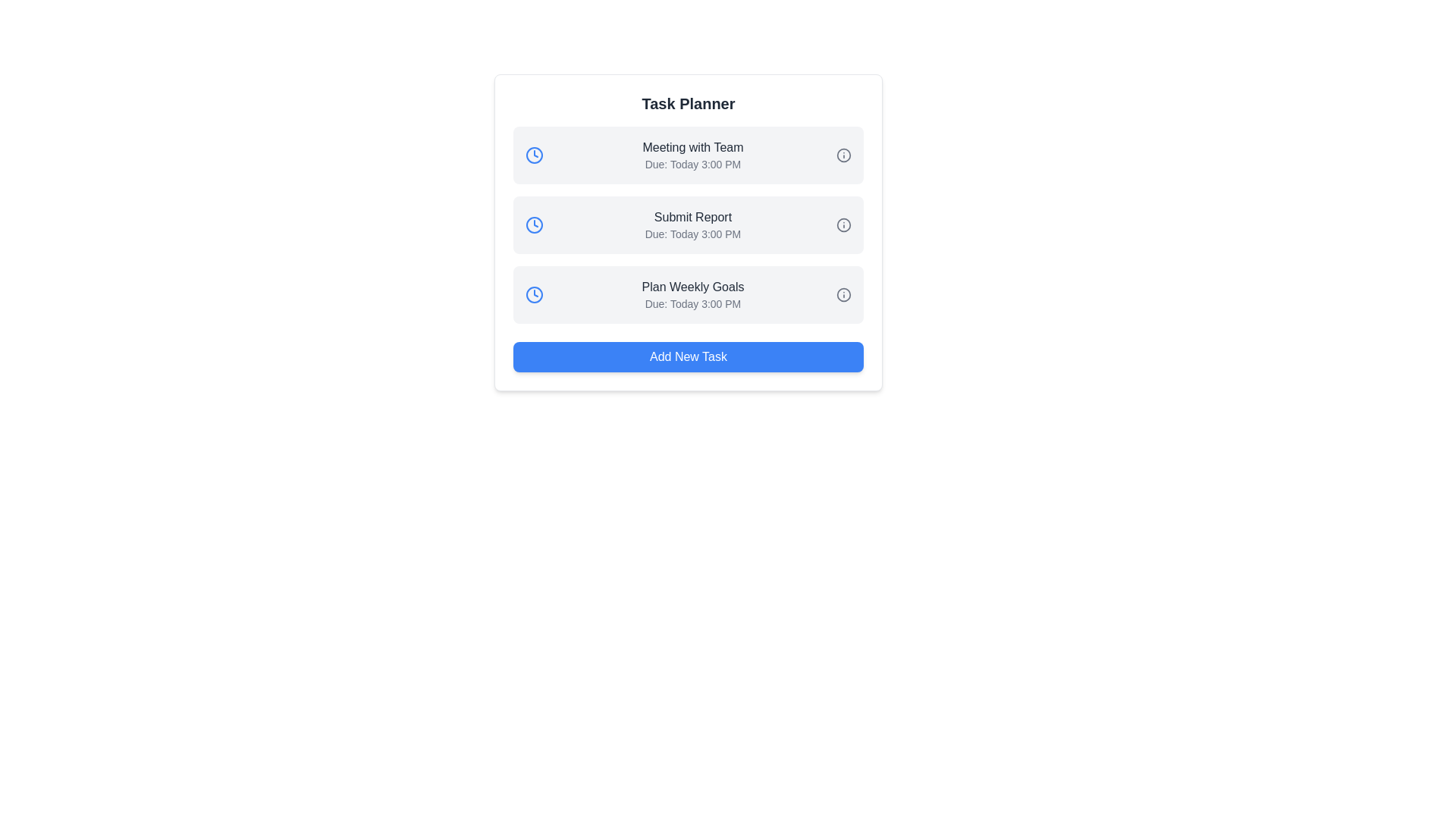 The width and height of the screenshot is (1456, 819). What do you see at coordinates (535, 225) in the screenshot?
I see `the SVG Circle element representing the outer border of the clock icon, which is styled blue and positioned to the left of the 'Submit Report' text` at bounding box center [535, 225].